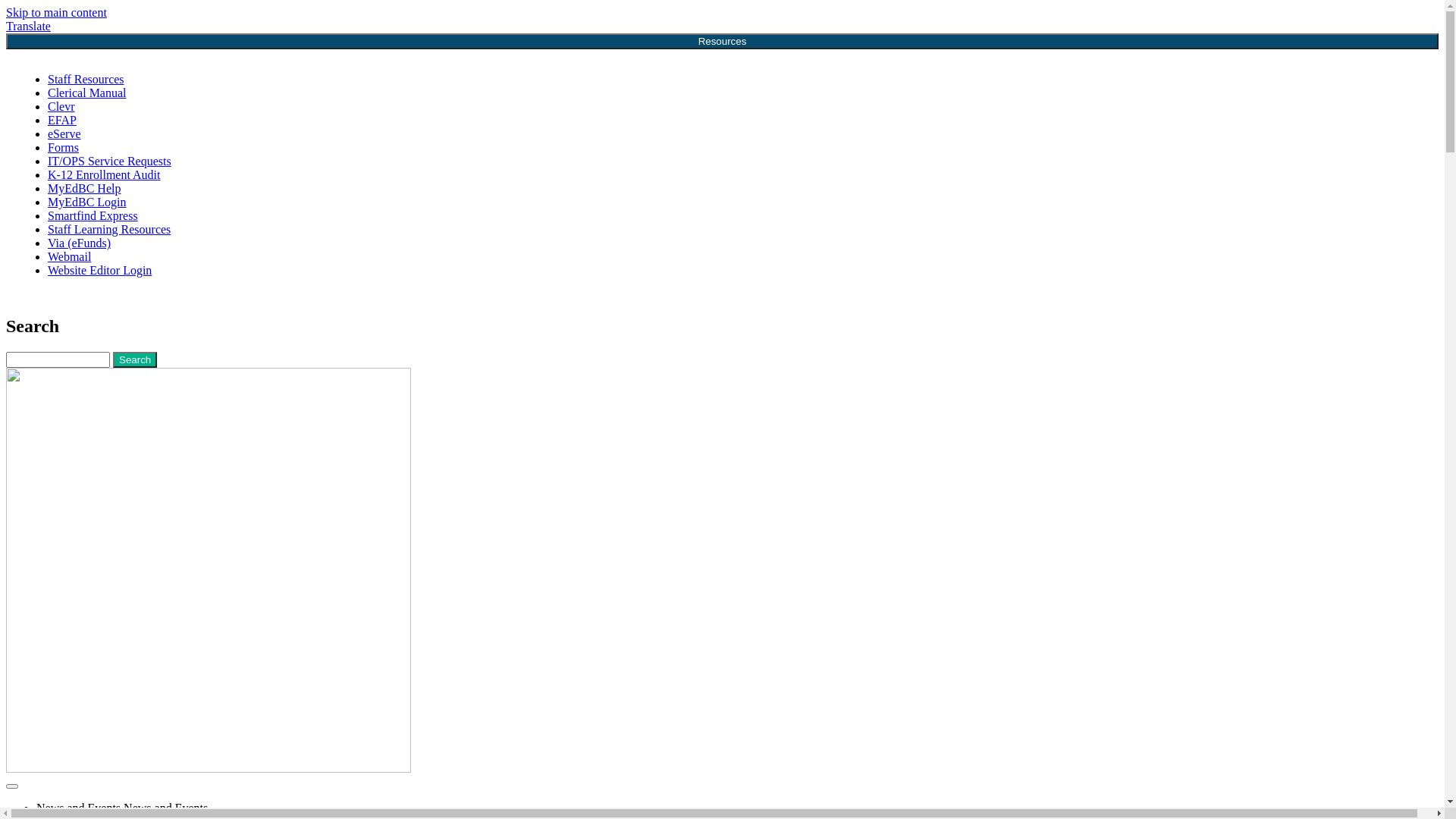 The width and height of the screenshot is (1456, 819). What do you see at coordinates (108, 229) in the screenshot?
I see `'Staff Learning Resources'` at bounding box center [108, 229].